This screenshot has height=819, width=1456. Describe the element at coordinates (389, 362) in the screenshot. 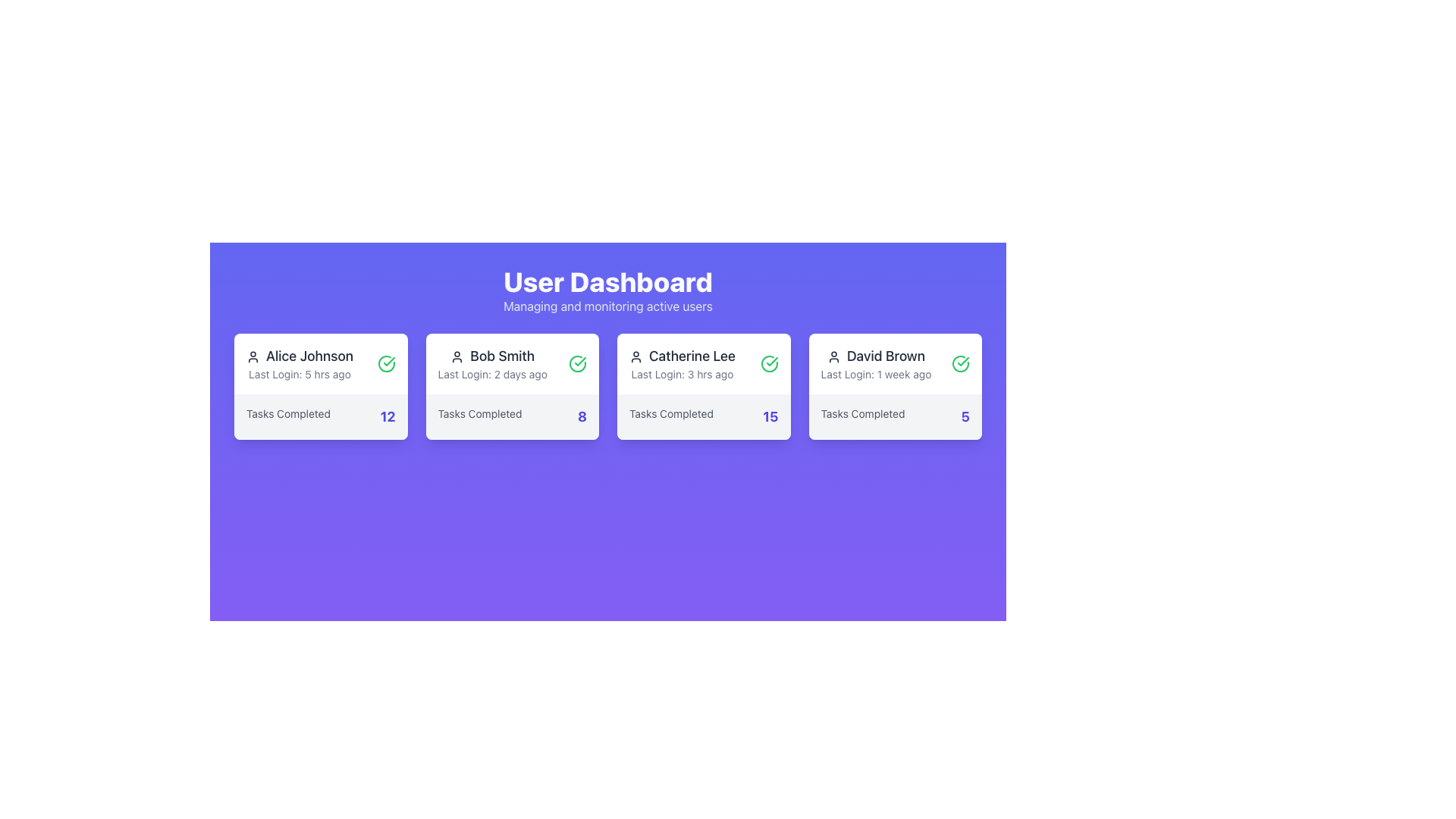

I see `the green checkmark icon located in the top-right corner of the card for 'Bob Smith'` at that location.